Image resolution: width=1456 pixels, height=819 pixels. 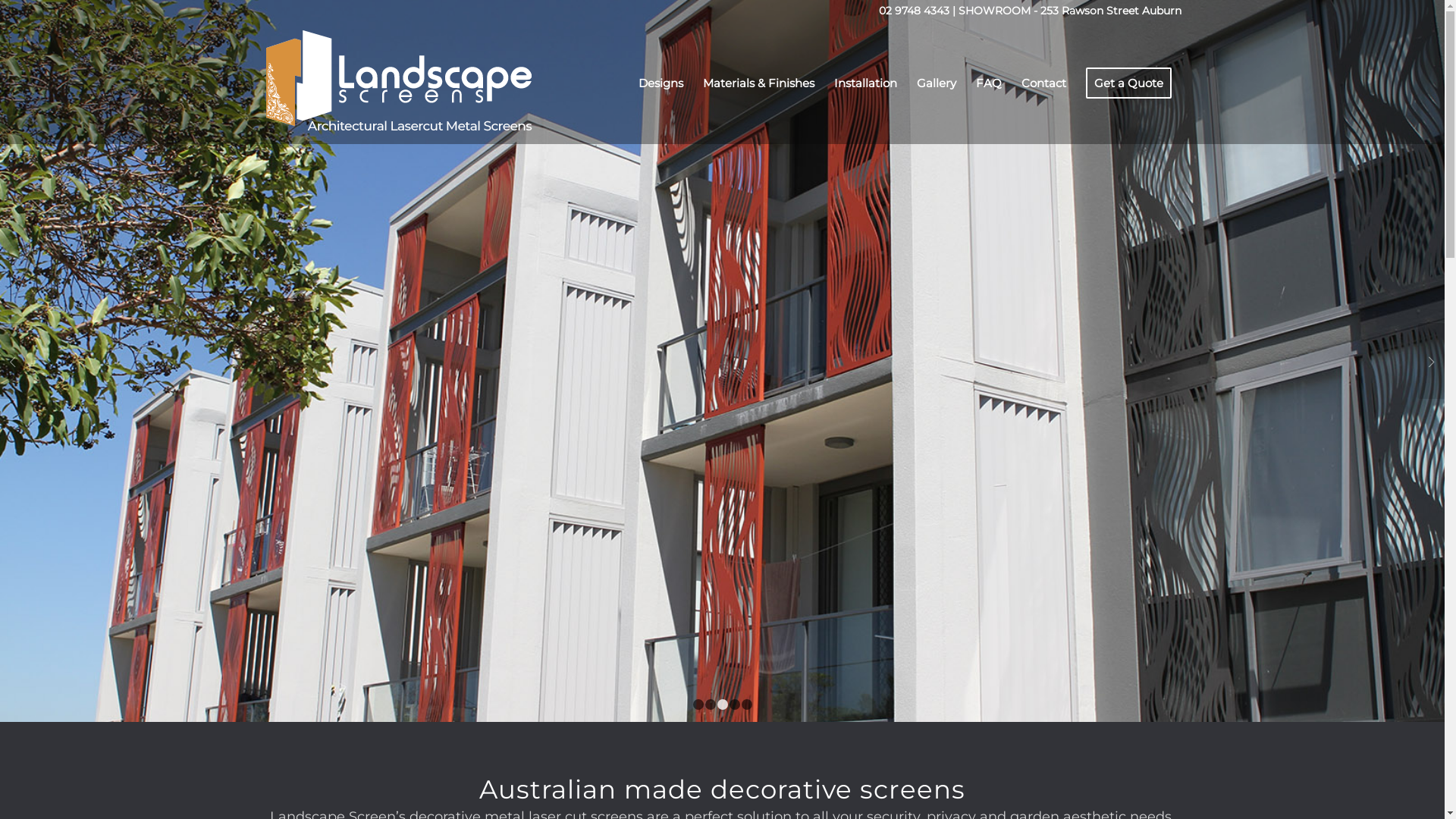 I want to click on 'Get a Quote', so click(x=1128, y=83).